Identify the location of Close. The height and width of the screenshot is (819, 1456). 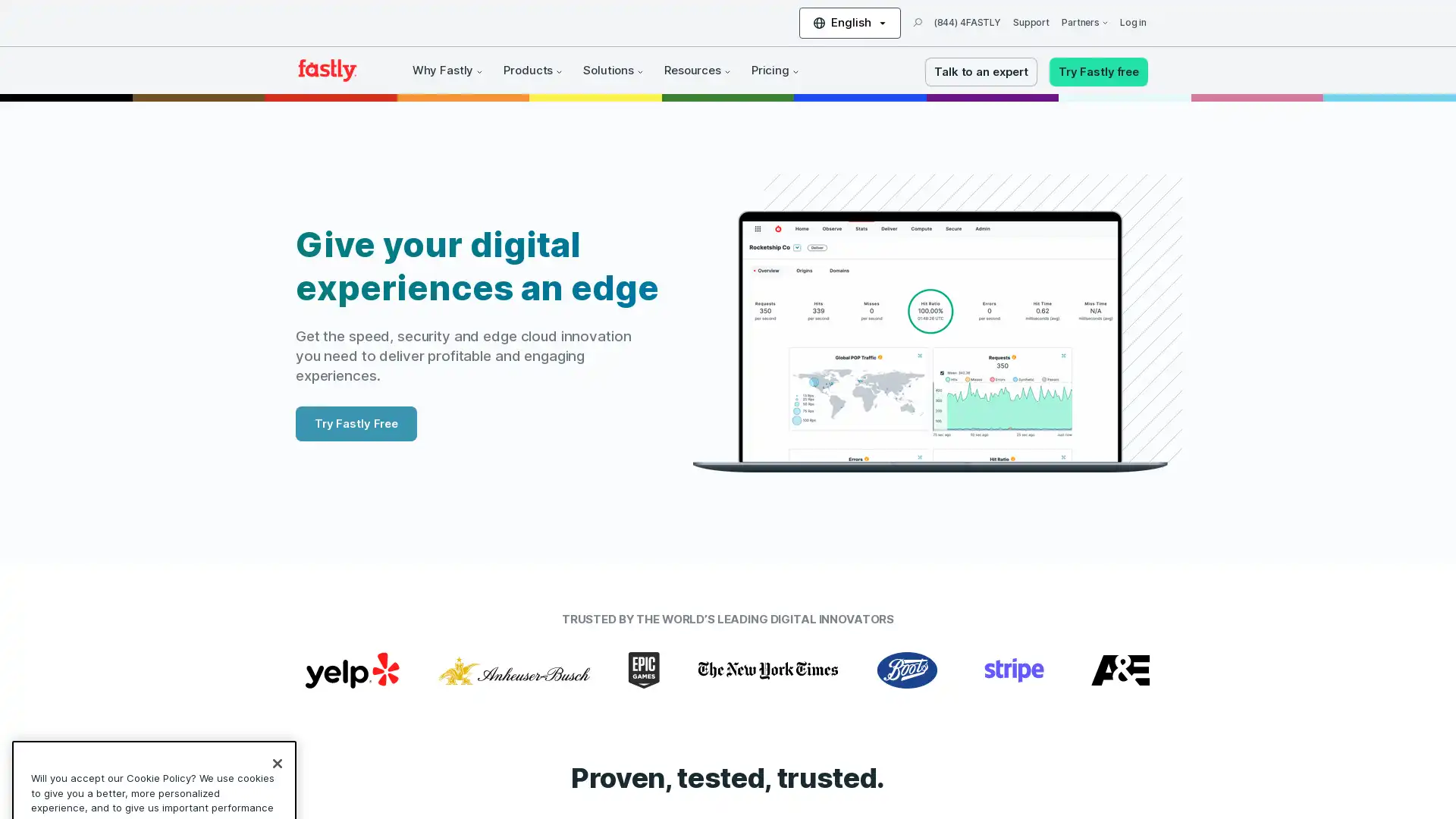
(277, 614).